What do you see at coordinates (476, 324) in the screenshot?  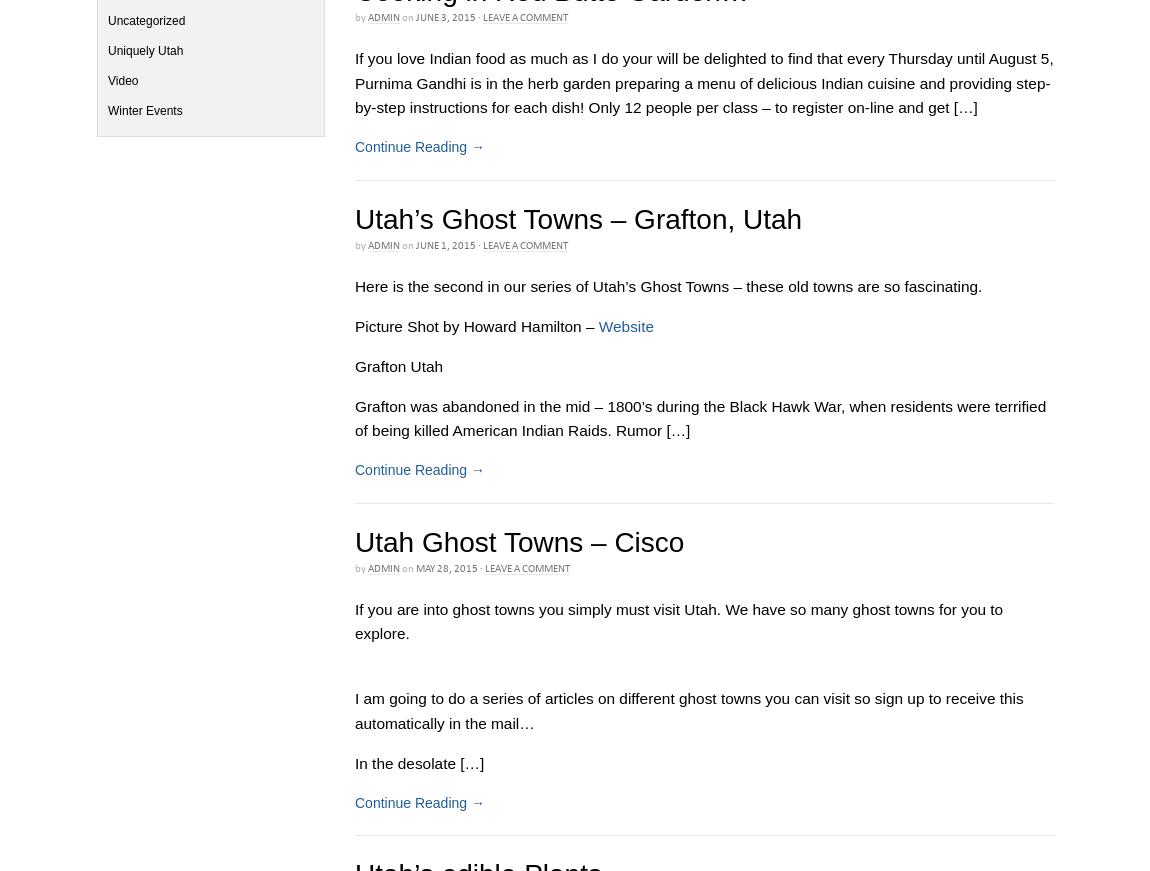 I see `'Picture Shot by Howard Hamilton –'` at bounding box center [476, 324].